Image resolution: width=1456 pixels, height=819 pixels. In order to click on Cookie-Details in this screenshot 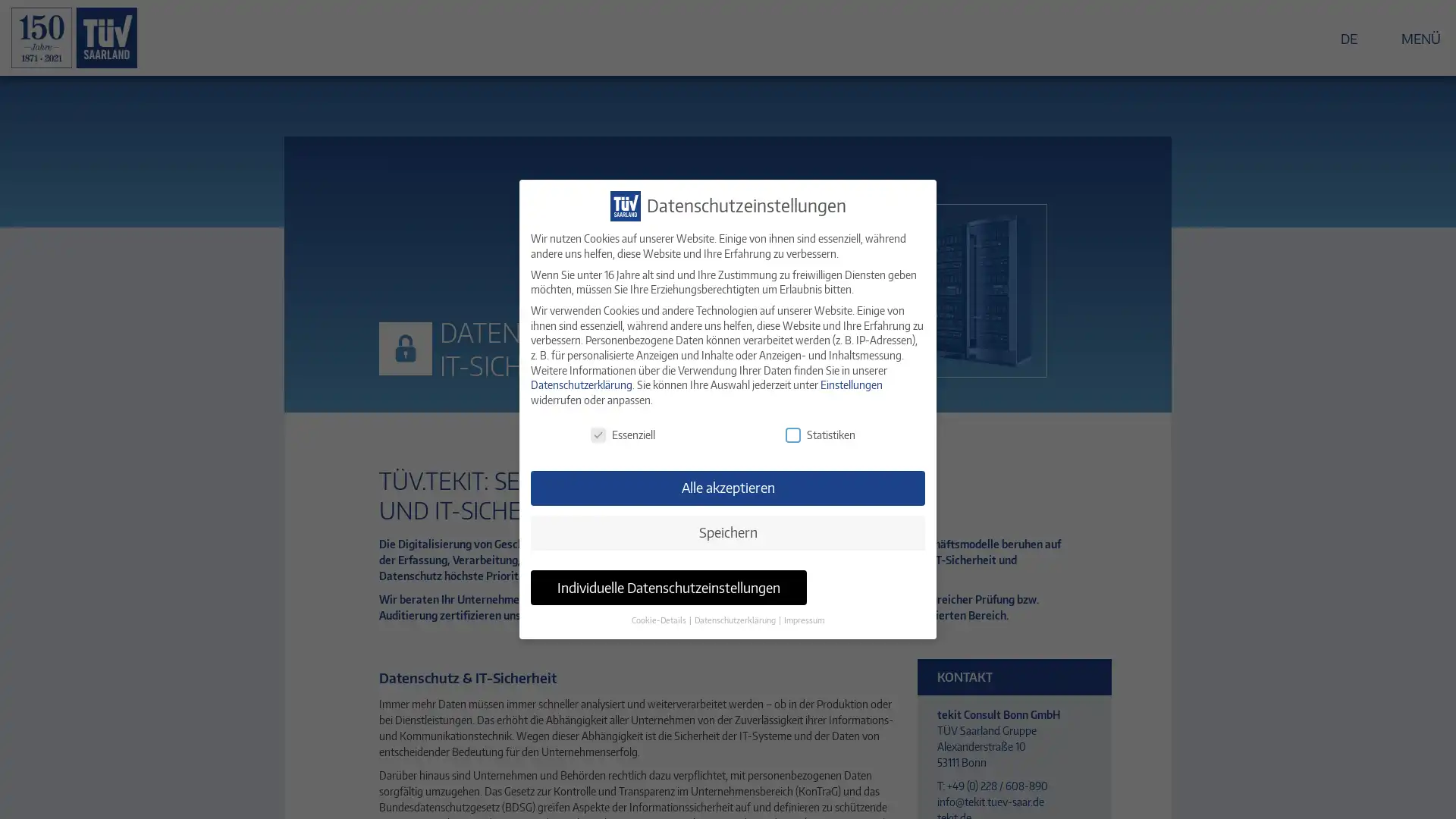, I will do `click(659, 620)`.